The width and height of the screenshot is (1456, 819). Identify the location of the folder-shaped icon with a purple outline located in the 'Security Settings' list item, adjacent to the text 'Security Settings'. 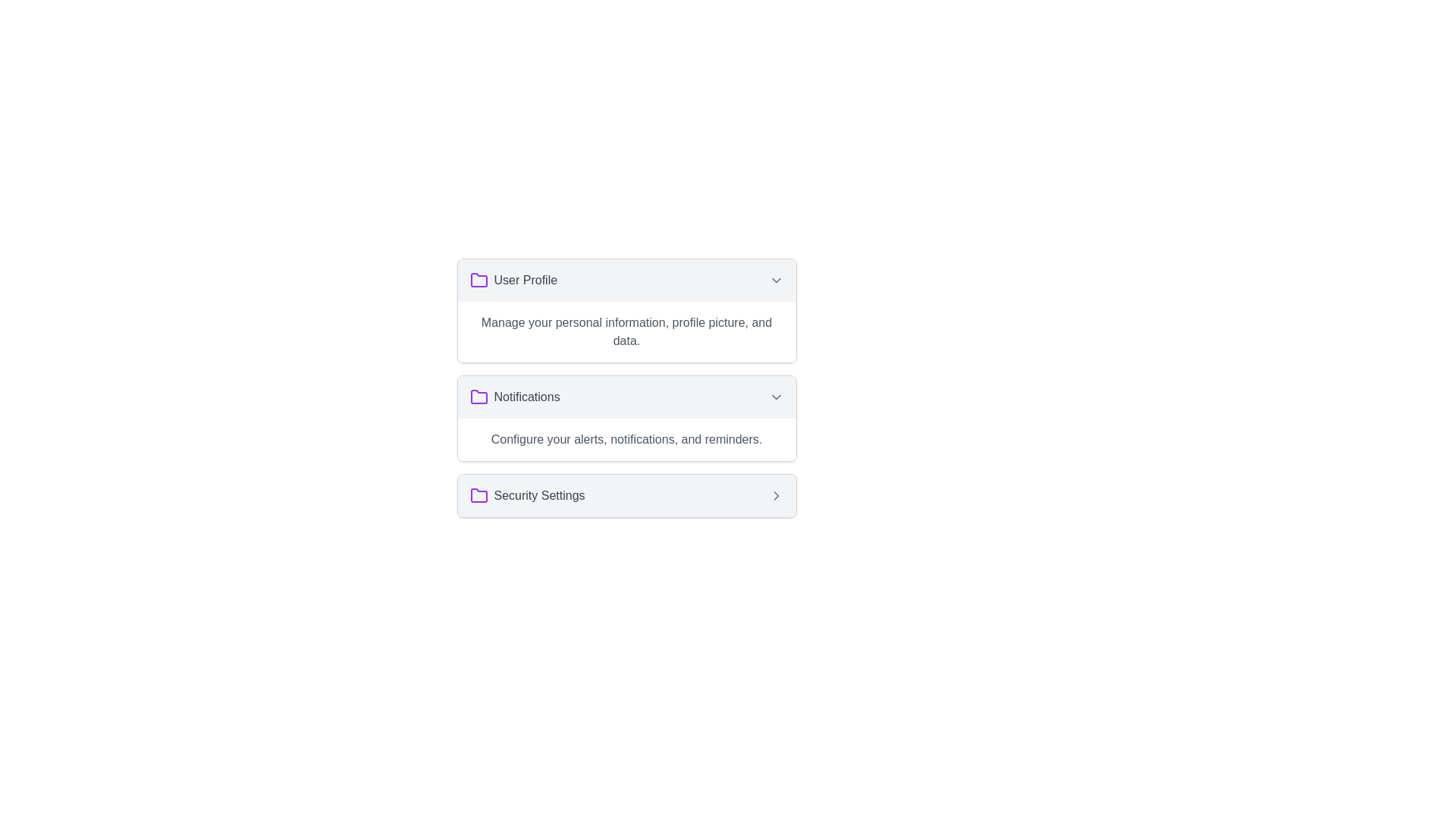
(478, 496).